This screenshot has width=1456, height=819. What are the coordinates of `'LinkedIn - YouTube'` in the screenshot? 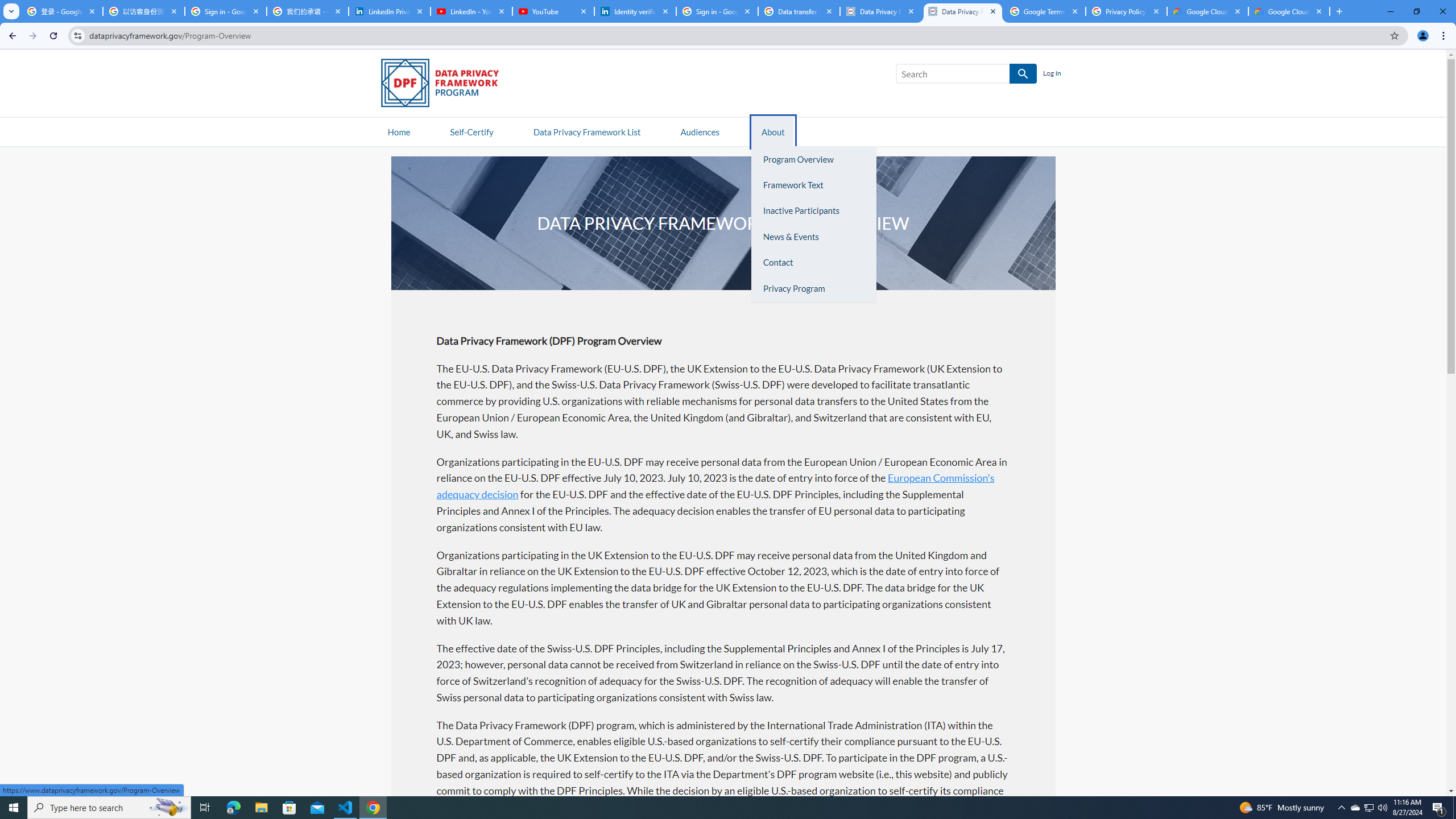 It's located at (470, 11).